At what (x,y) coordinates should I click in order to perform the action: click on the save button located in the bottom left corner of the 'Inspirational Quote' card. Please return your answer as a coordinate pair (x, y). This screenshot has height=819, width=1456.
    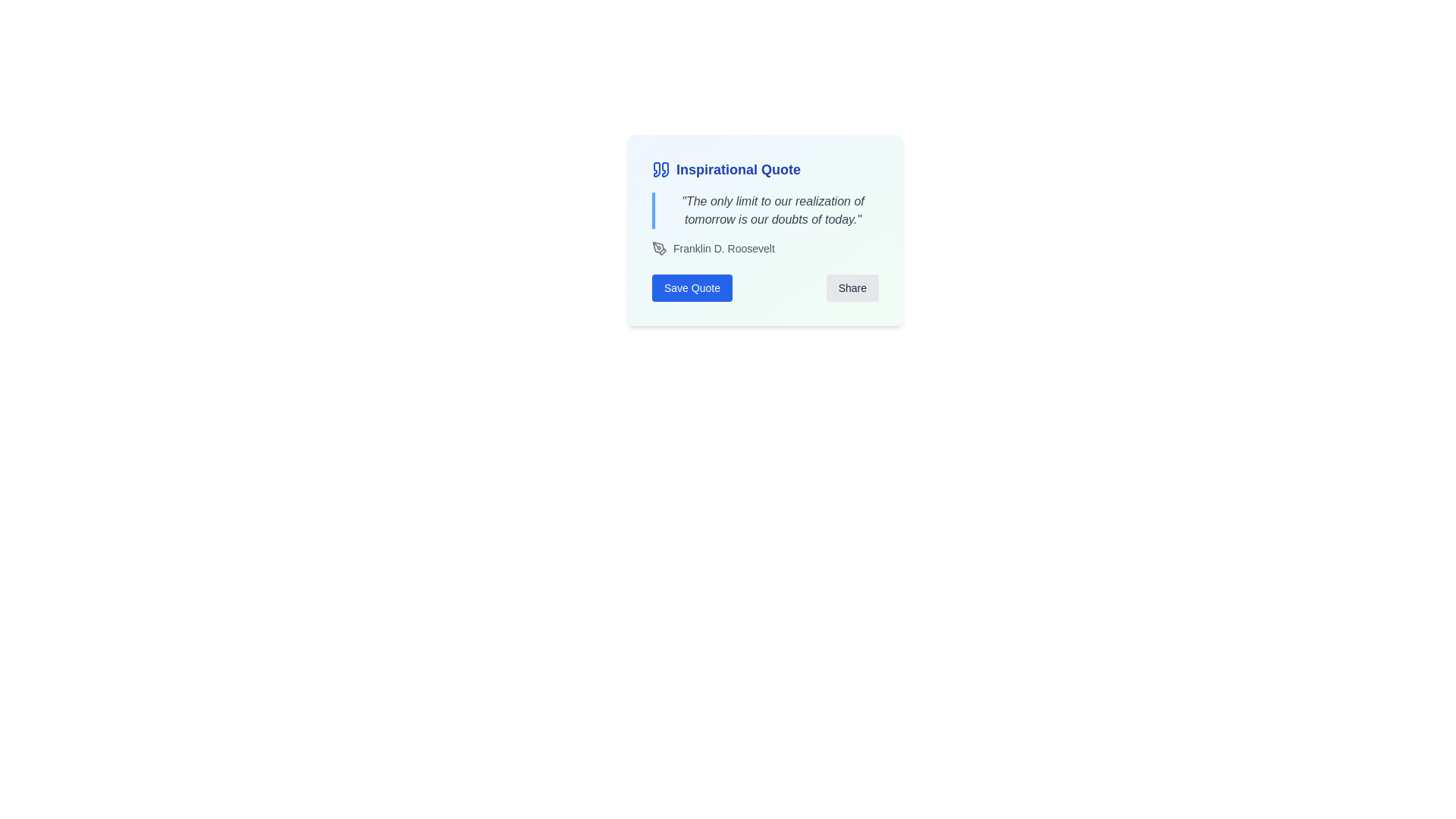
    Looking at the image, I should click on (691, 288).